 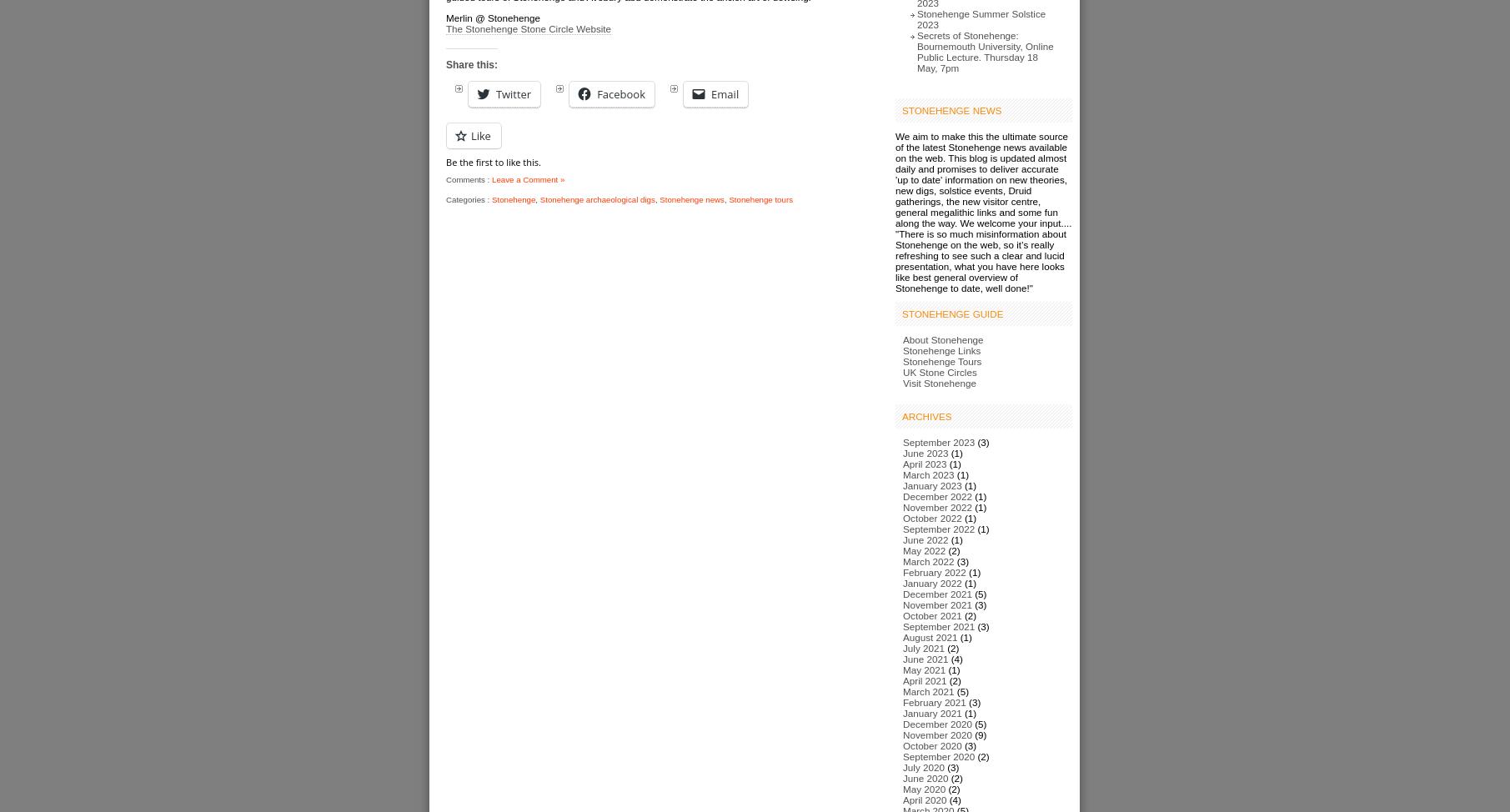 What do you see at coordinates (513, 93) in the screenshot?
I see `'Twitter'` at bounding box center [513, 93].